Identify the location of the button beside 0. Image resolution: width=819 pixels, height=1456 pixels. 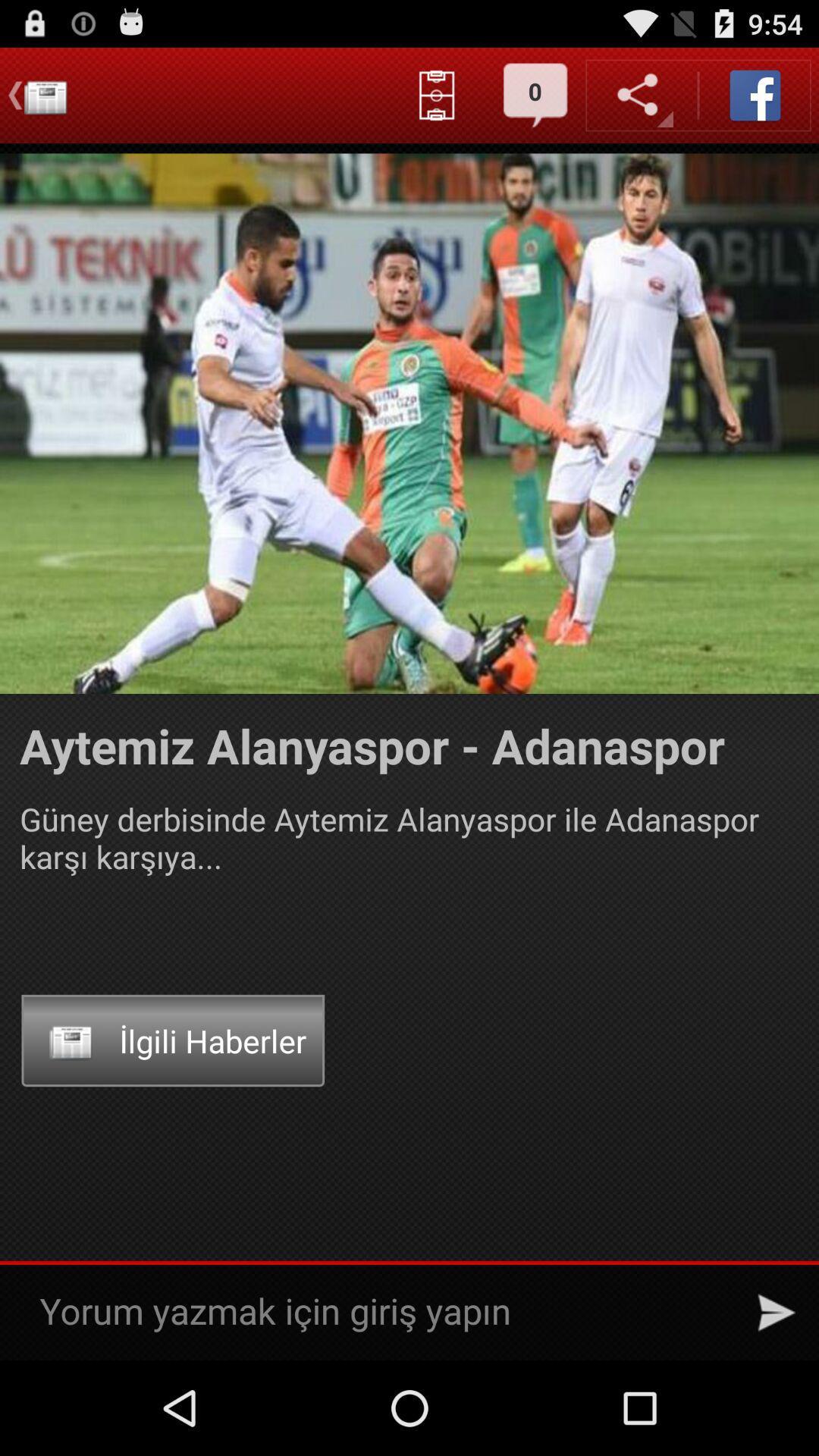
(437, 94).